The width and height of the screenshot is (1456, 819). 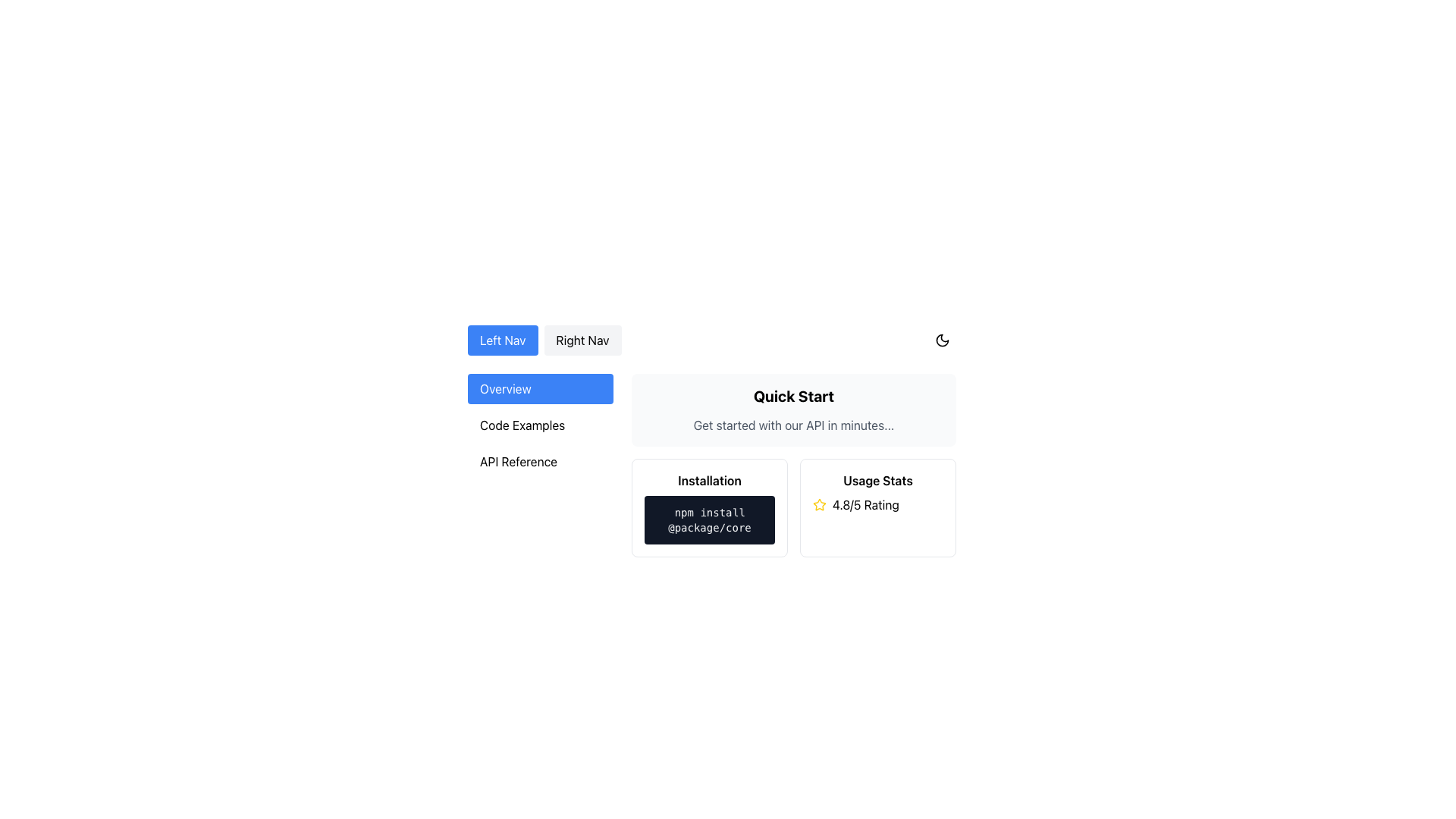 I want to click on the 'Code Examples' button, which is the second option in a vertical list of three buttons, positioned below 'Overview' and above 'API Reference', so click(x=541, y=425).